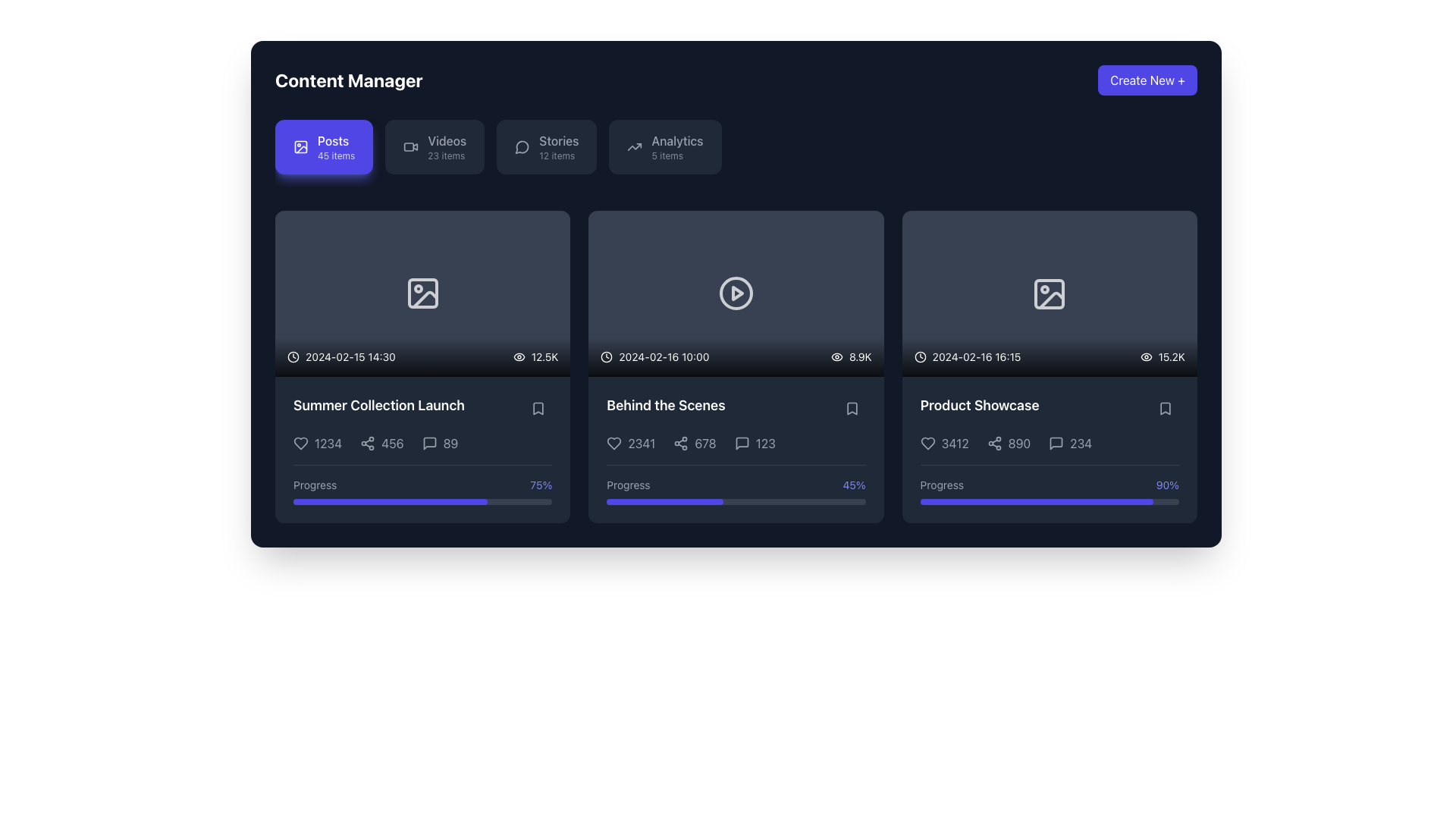  I want to click on the text label displaying '12 items' associated with the 'Stories' category, which is positioned directly below the 'Stories' label in the navigation interface, so click(556, 155).